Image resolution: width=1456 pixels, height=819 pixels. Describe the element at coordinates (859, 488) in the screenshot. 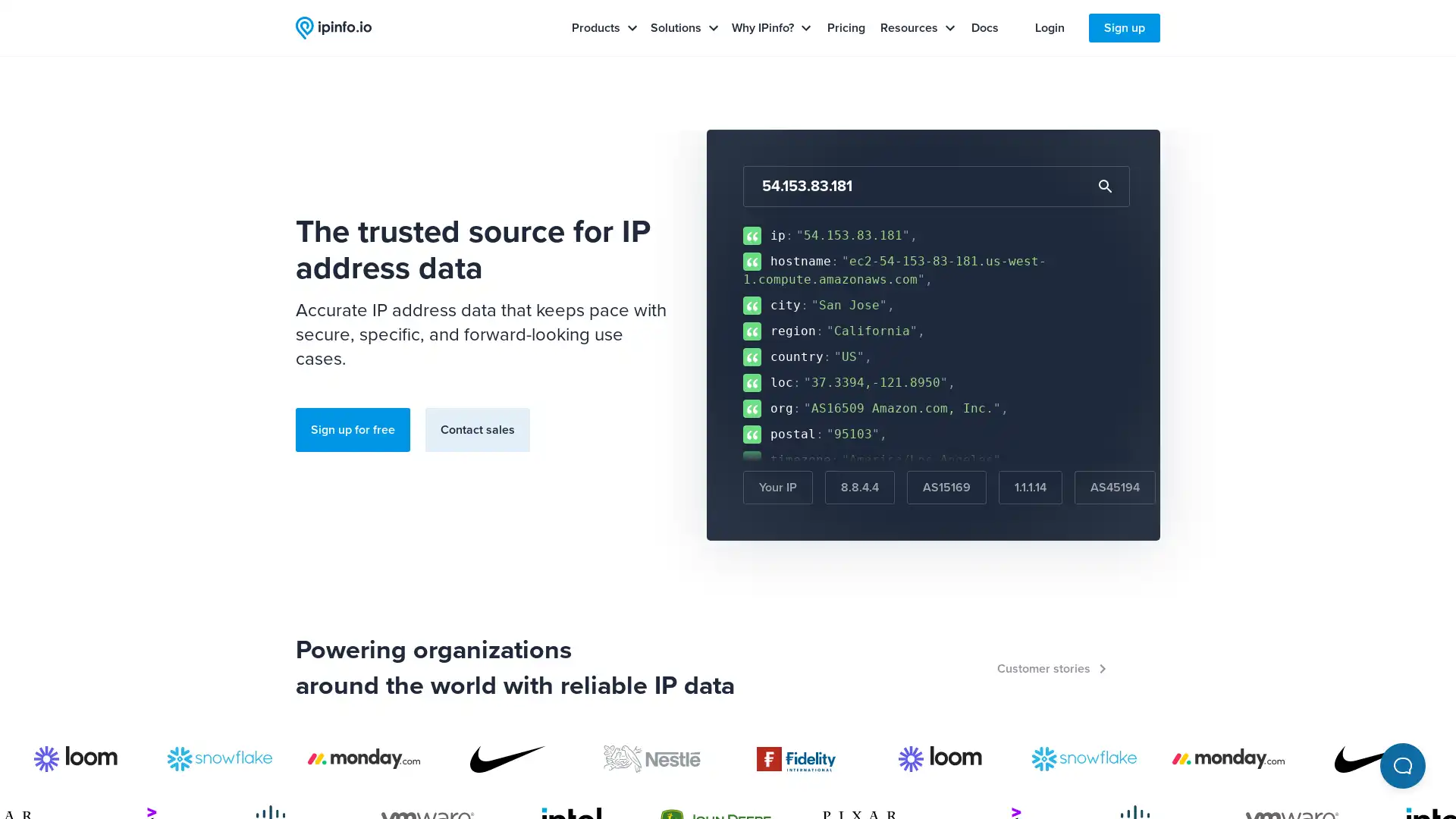

I see `8.8.4.4` at that location.